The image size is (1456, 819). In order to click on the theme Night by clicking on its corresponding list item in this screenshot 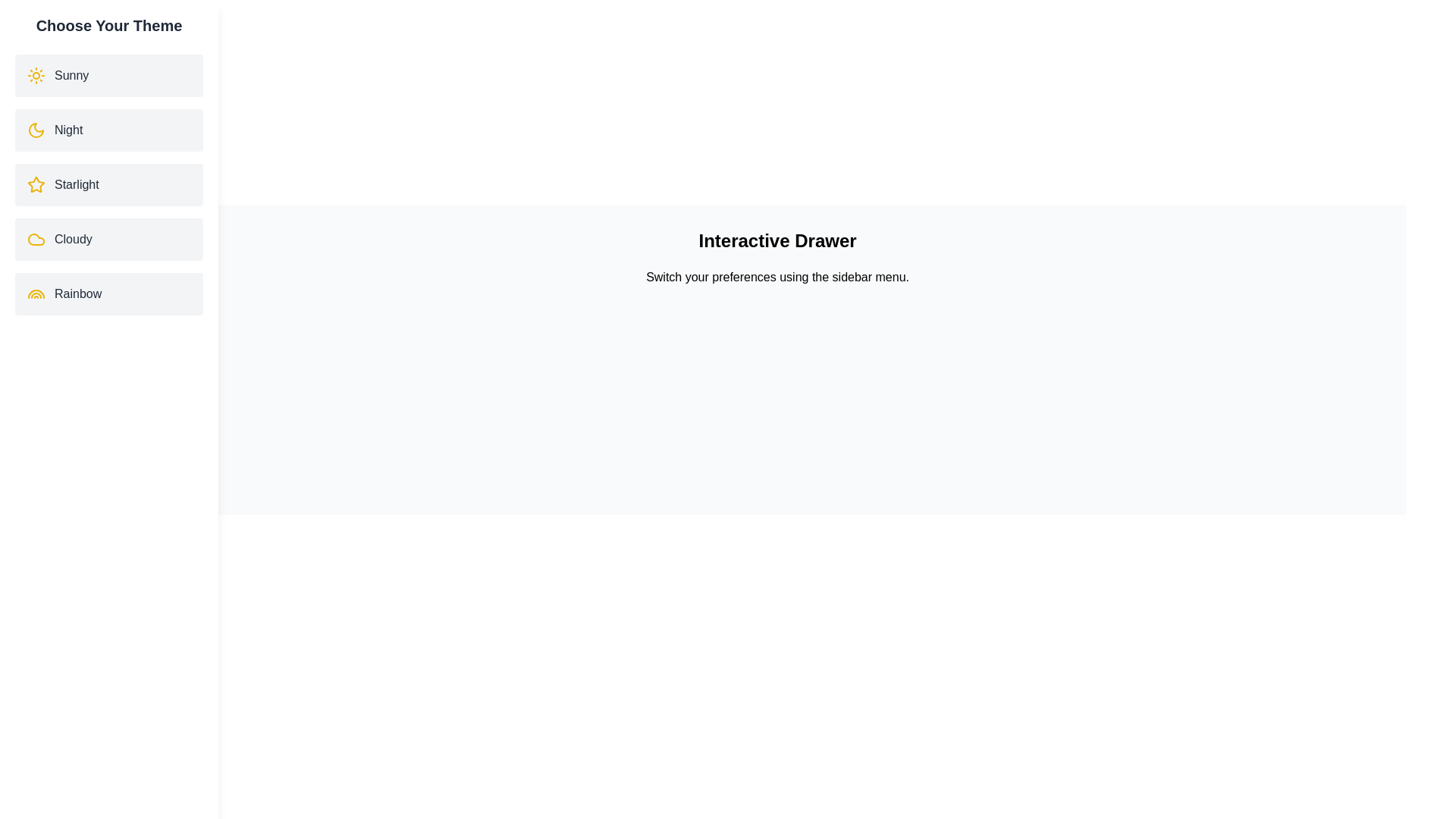, I will do `click(108, 130)`.